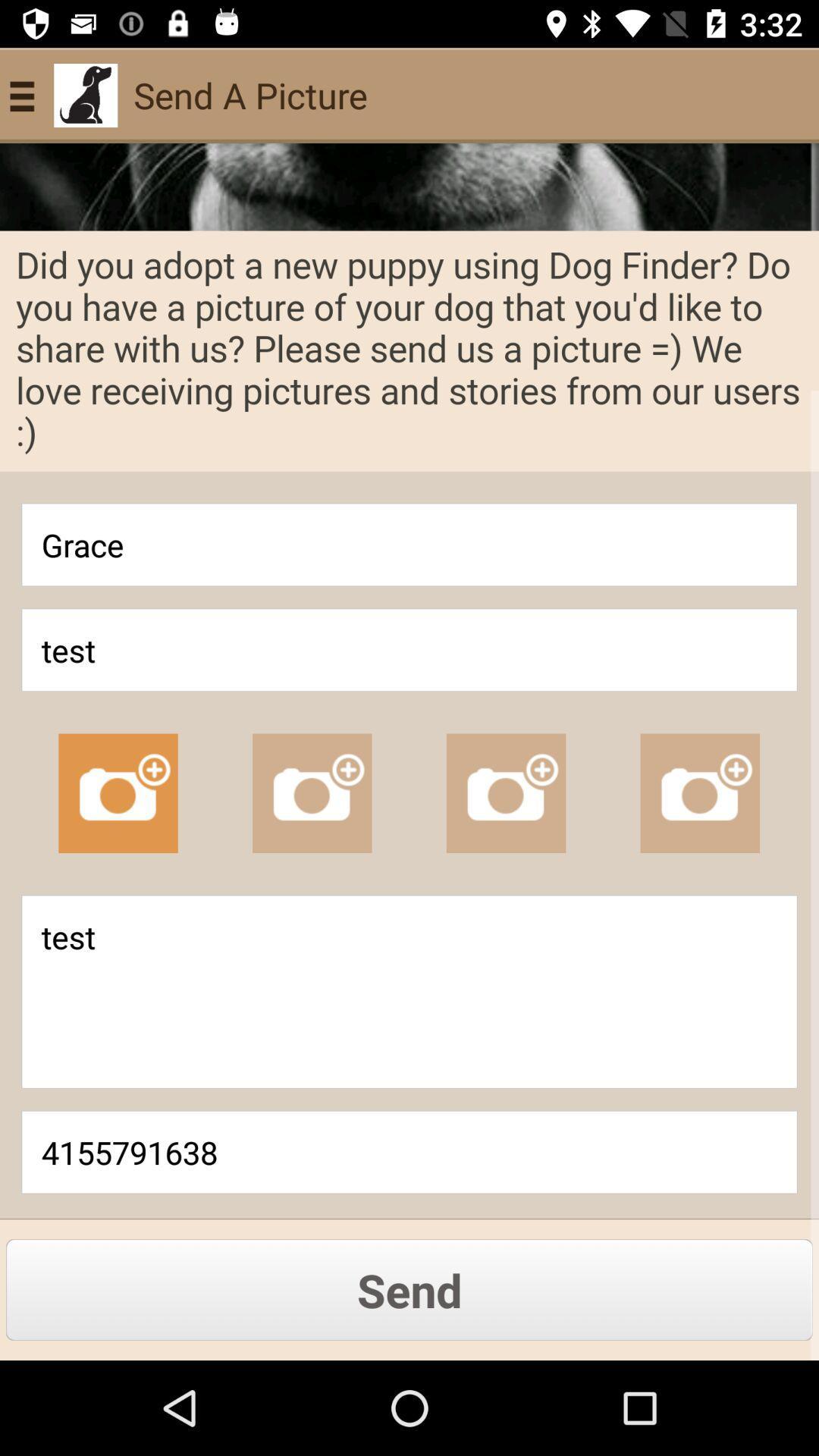  Describe the element at coordinates (312, 792) in the screenshot. I see `the second camera button of the page` at that location.